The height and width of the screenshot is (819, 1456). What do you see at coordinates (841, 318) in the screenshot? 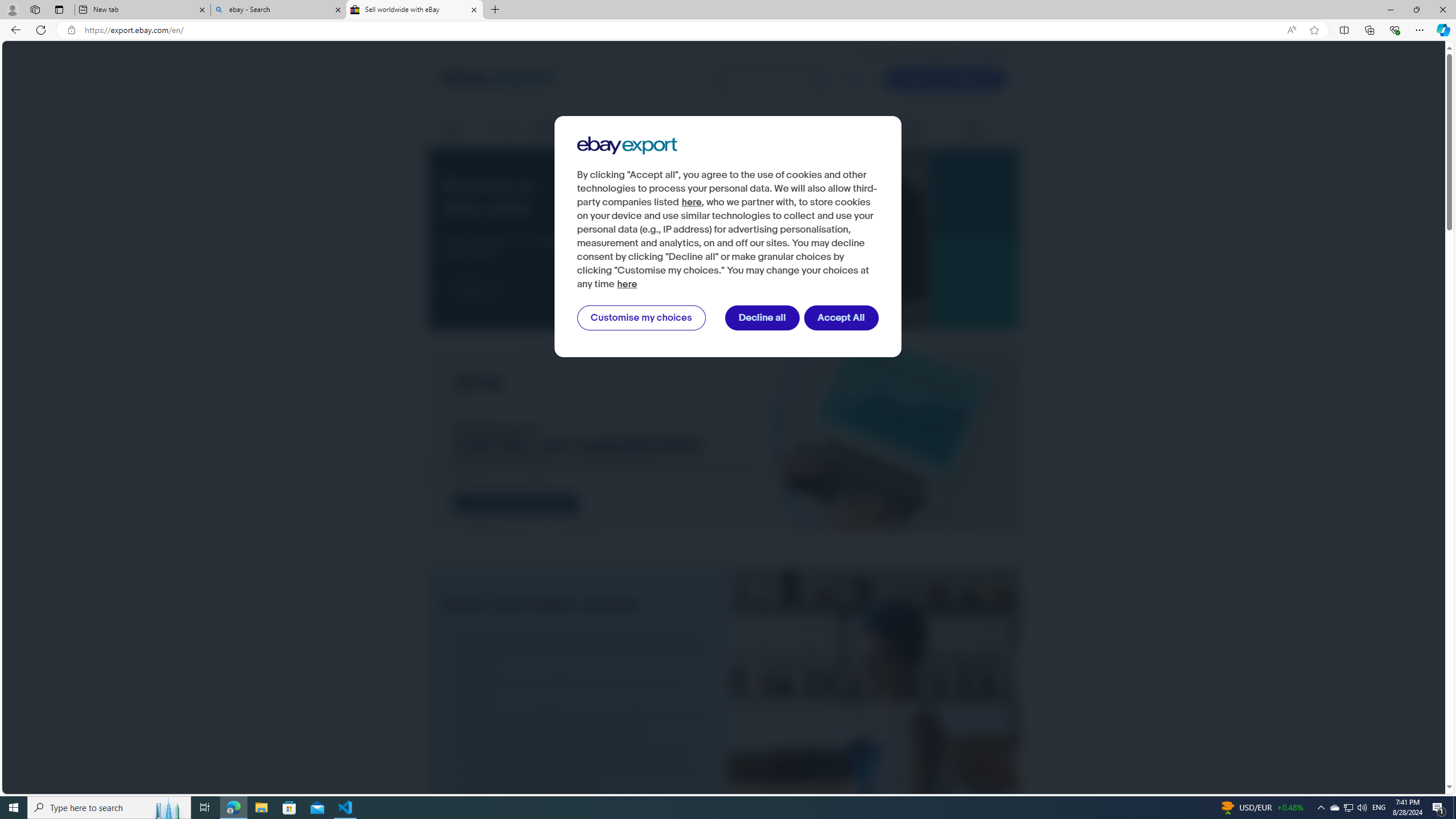
I see `'Accept All'` at bounding box center [841, 318].